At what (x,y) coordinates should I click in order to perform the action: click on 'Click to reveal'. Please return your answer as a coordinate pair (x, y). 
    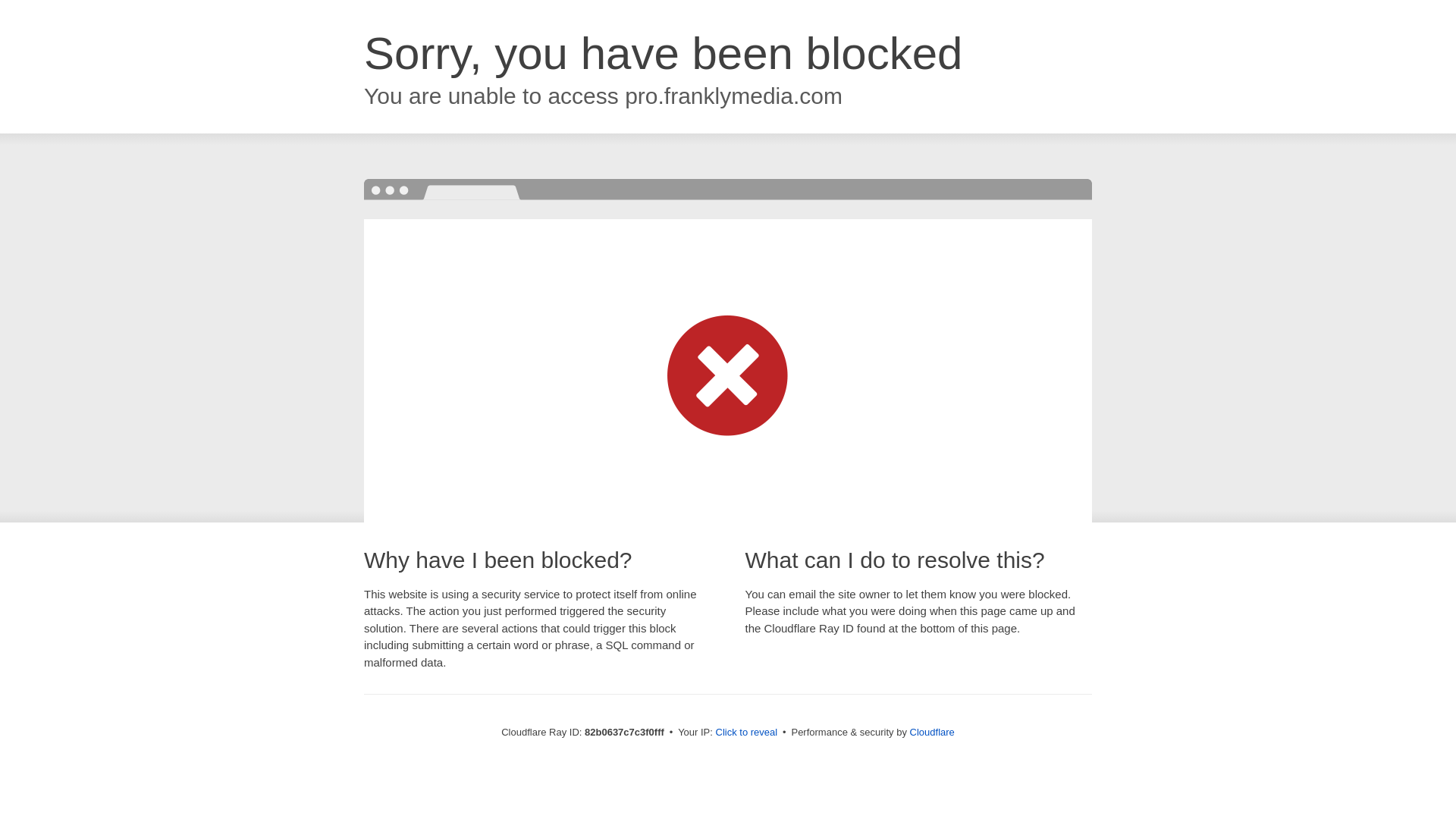
    Looking at the image, I should click on (746, 731).